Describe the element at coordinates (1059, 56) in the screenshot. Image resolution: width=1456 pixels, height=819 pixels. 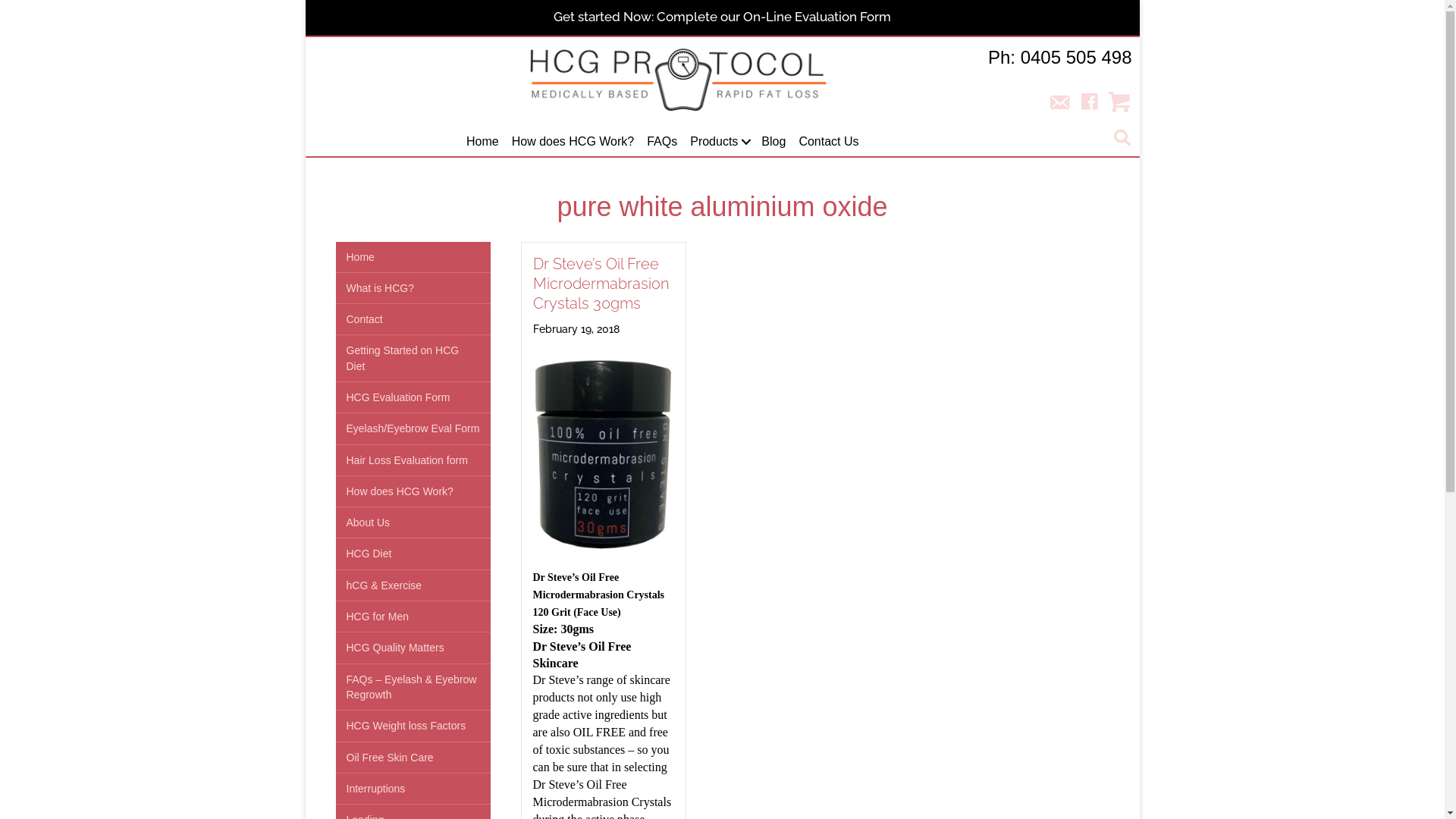
I see `'Ph: 0405 505 498'` at that location.